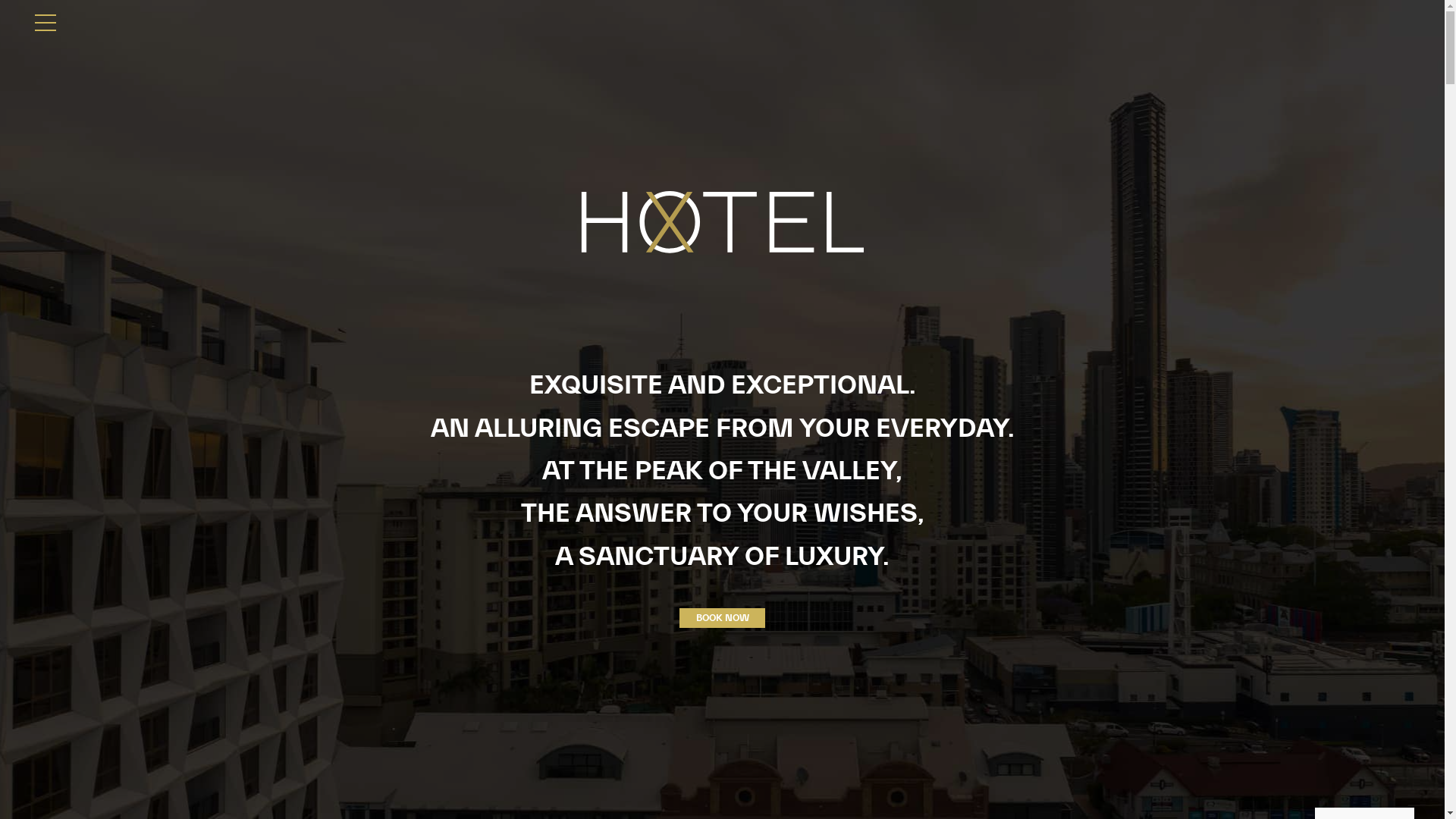 This screenshot has height=819, width=1456. What do you see at coordinates (721, 617) in the screenshot?
I see `'BOOK NOW'` at bounding box center [721, 617].